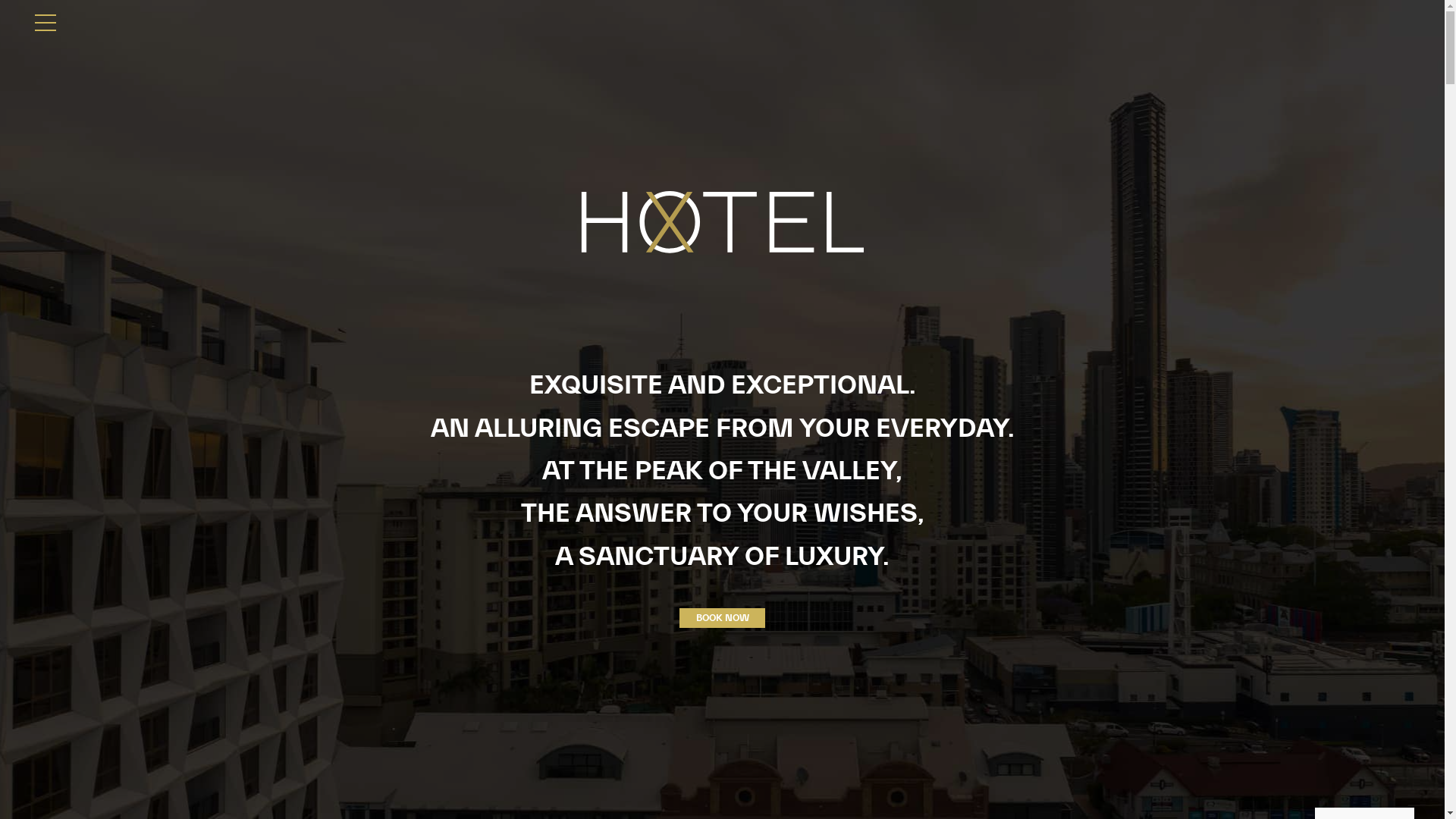 This screenshot has height=819, width=1456. What do you see at coordinates (721, 617) in the screenshot?
I see `'BOOK NOW'` at bounding box center [721, 617].